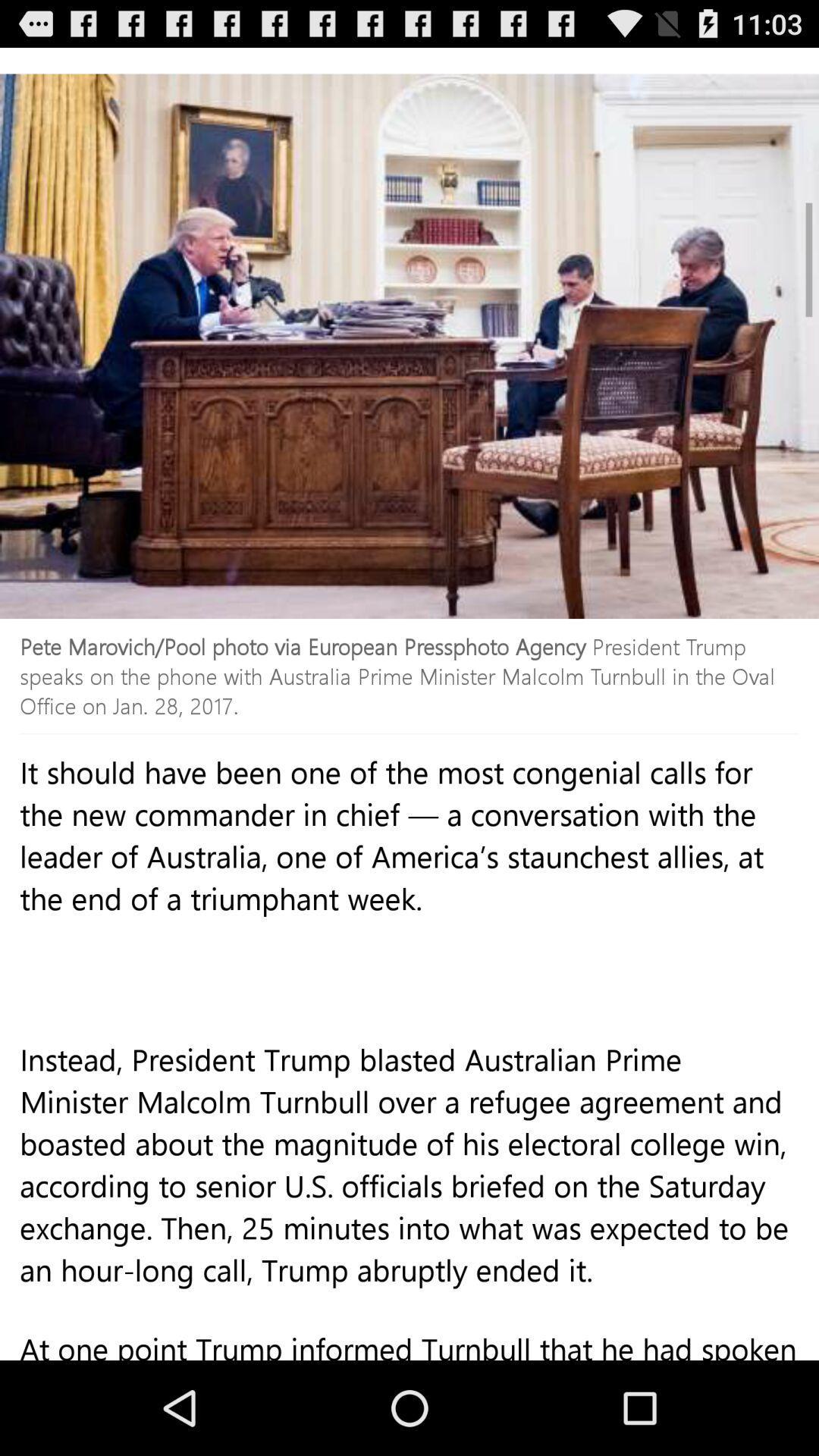 The width and height of the screenshot is (819, 1456). I want to click on the it should have item, so click(409, 908).